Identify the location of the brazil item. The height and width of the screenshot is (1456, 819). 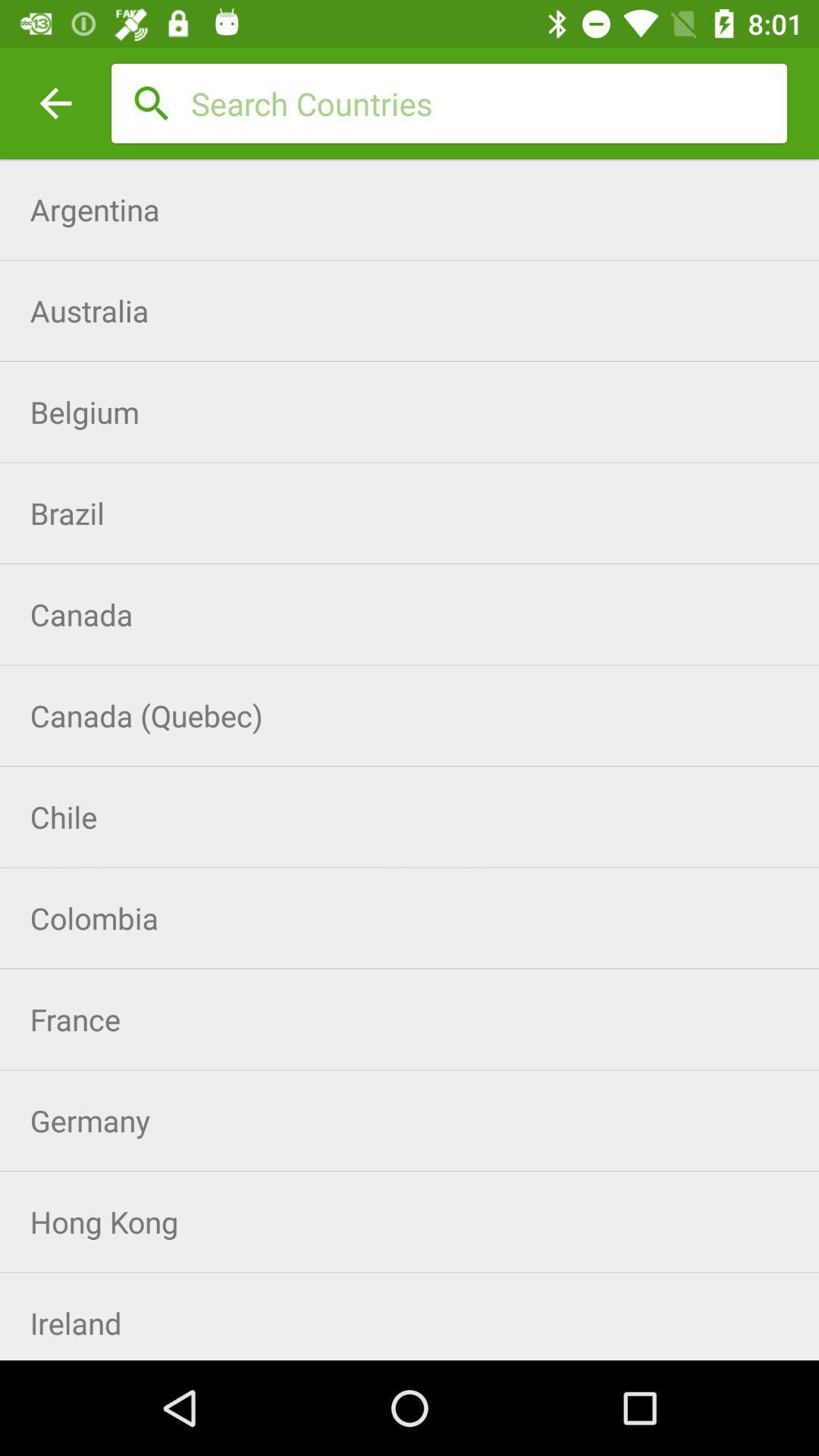
(409, 513).